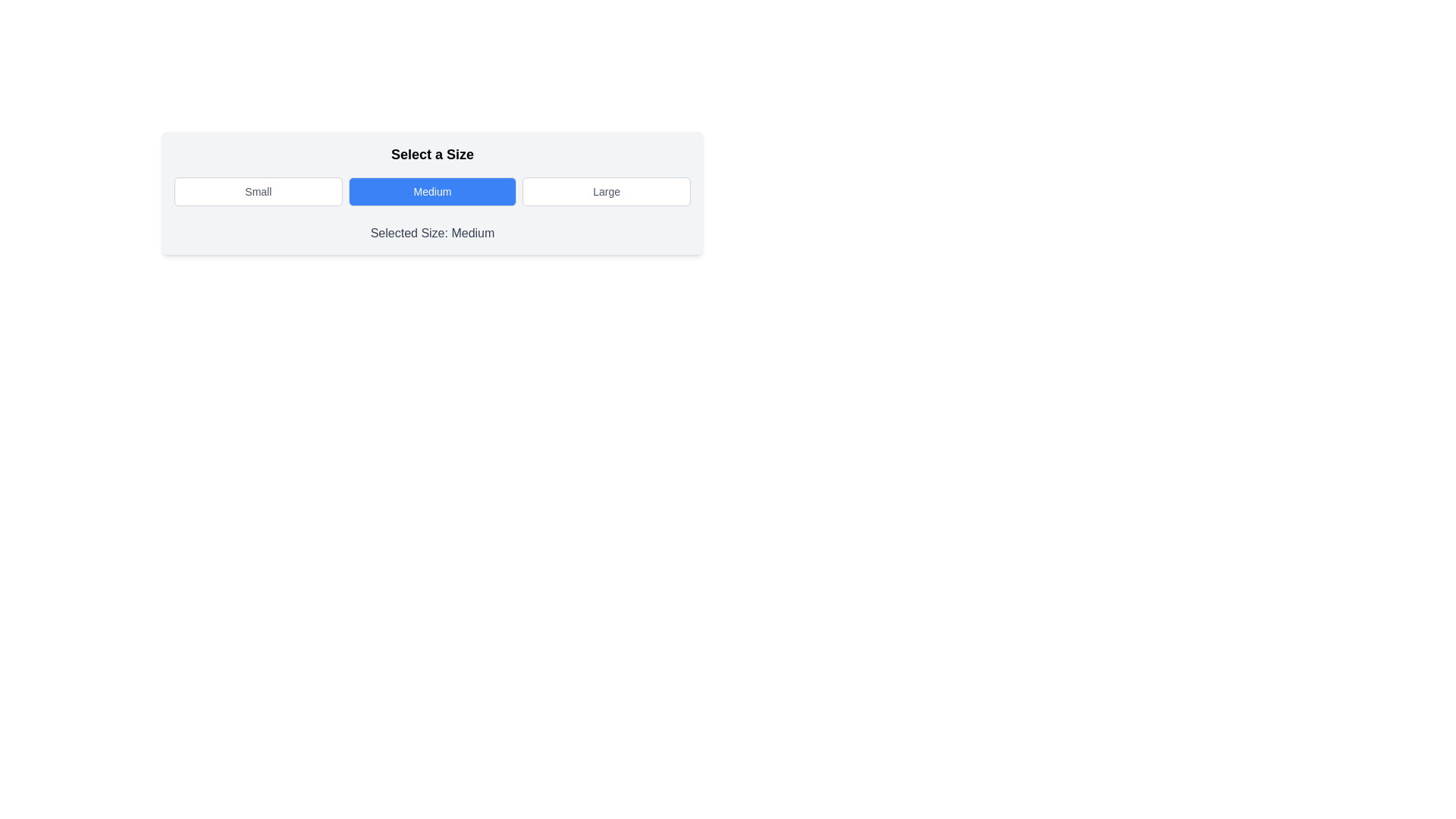  I want to click on the button that selects the 'Large' size, which is the third button in a horizontal grid layout adjacent to the 'Medium' button, so click(607, 191).